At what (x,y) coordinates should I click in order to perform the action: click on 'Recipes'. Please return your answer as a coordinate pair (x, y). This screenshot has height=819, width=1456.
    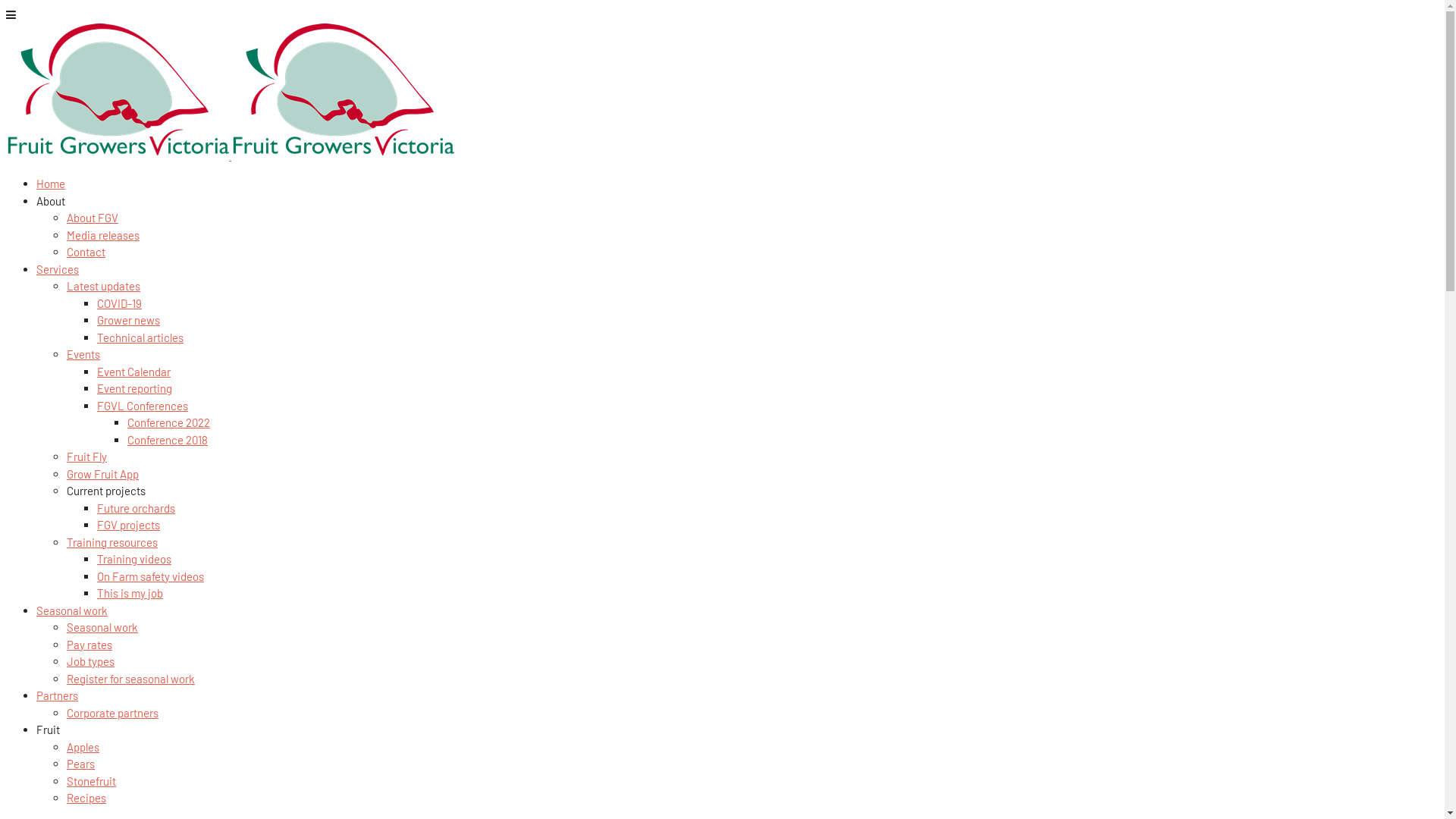
    Looking at the image, I should click on (86, 797).